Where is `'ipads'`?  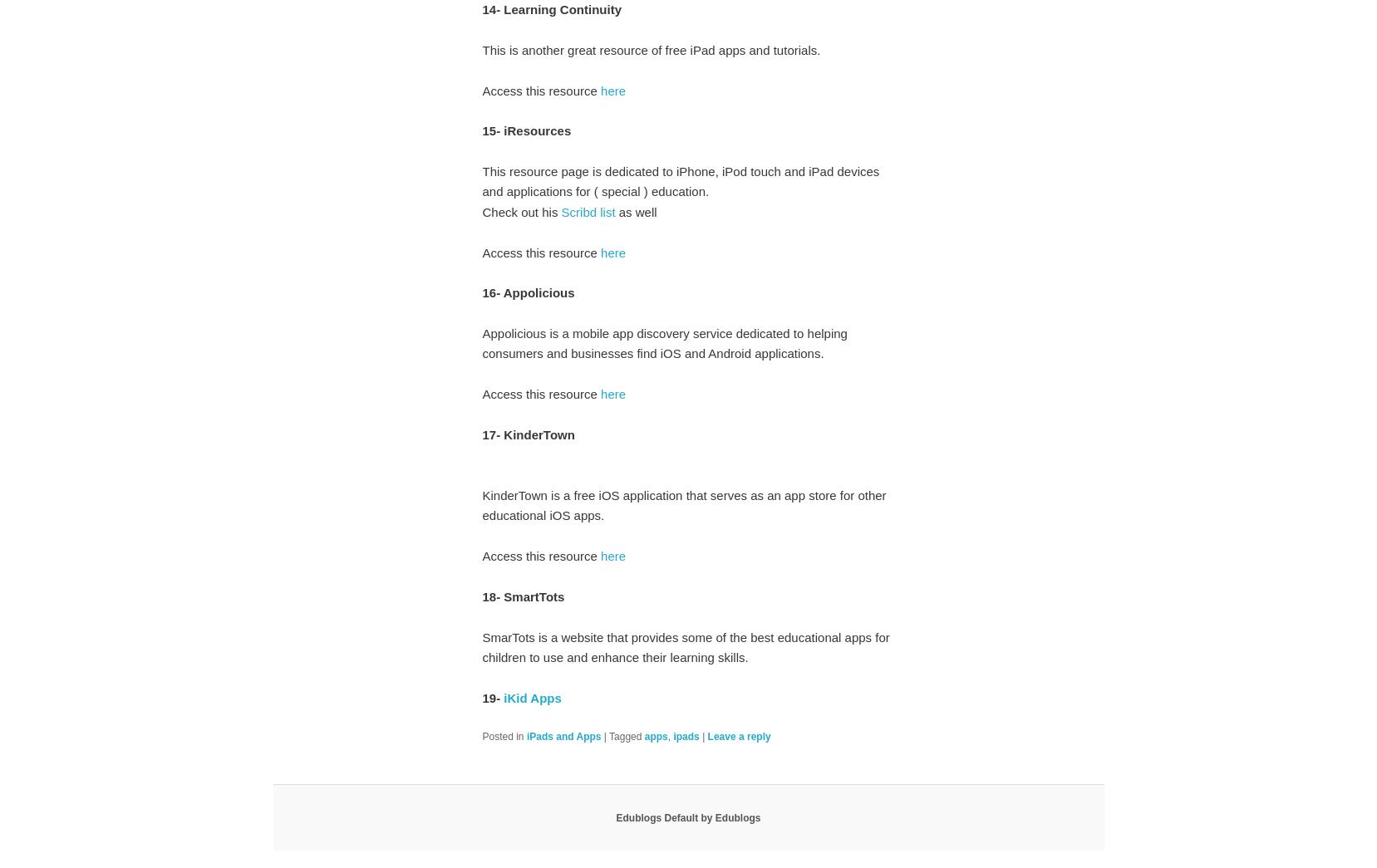 'ipads' is located at coordinates (685, 735).